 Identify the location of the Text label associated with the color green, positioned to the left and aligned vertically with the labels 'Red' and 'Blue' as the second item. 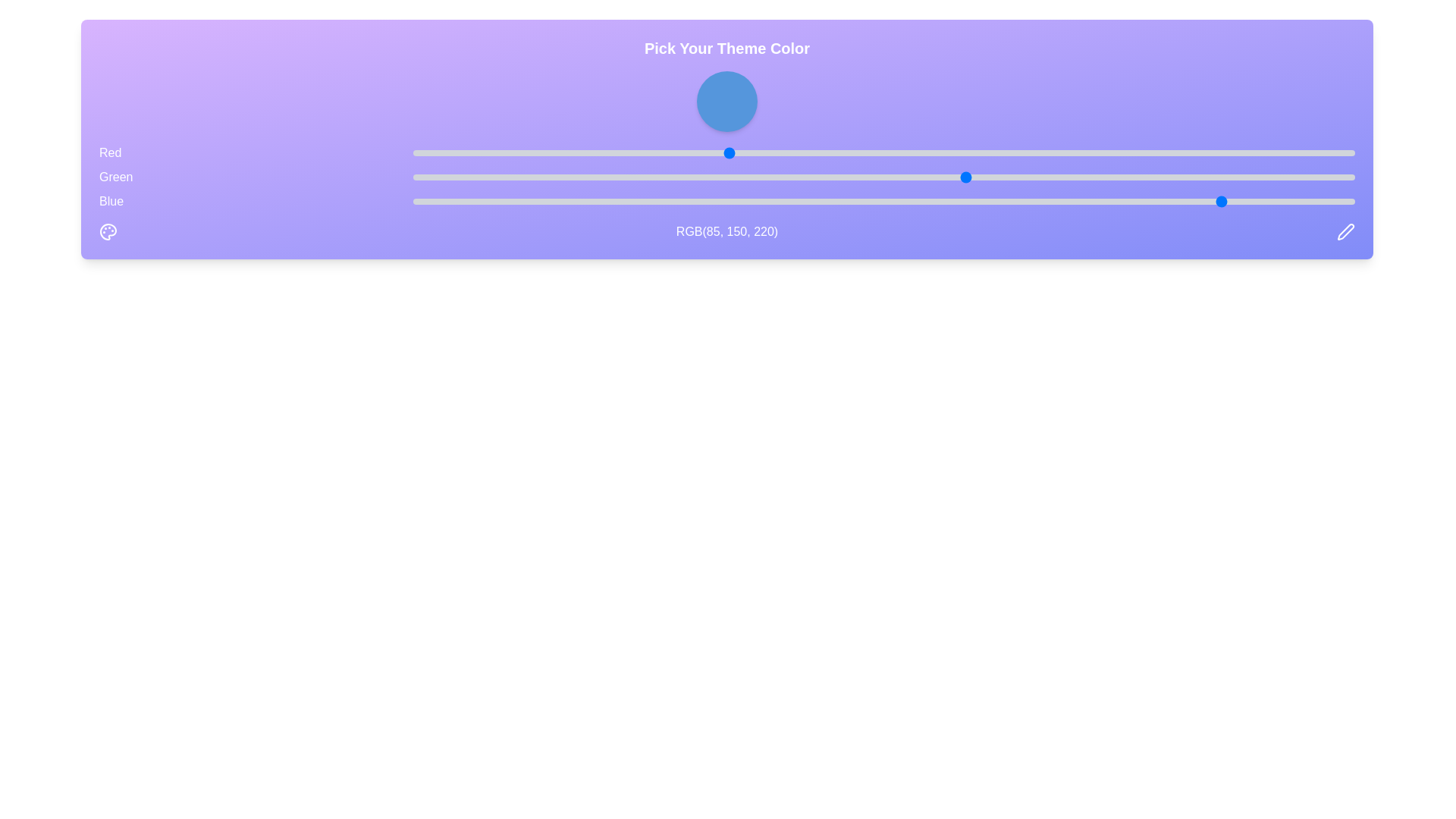
(115, 177).